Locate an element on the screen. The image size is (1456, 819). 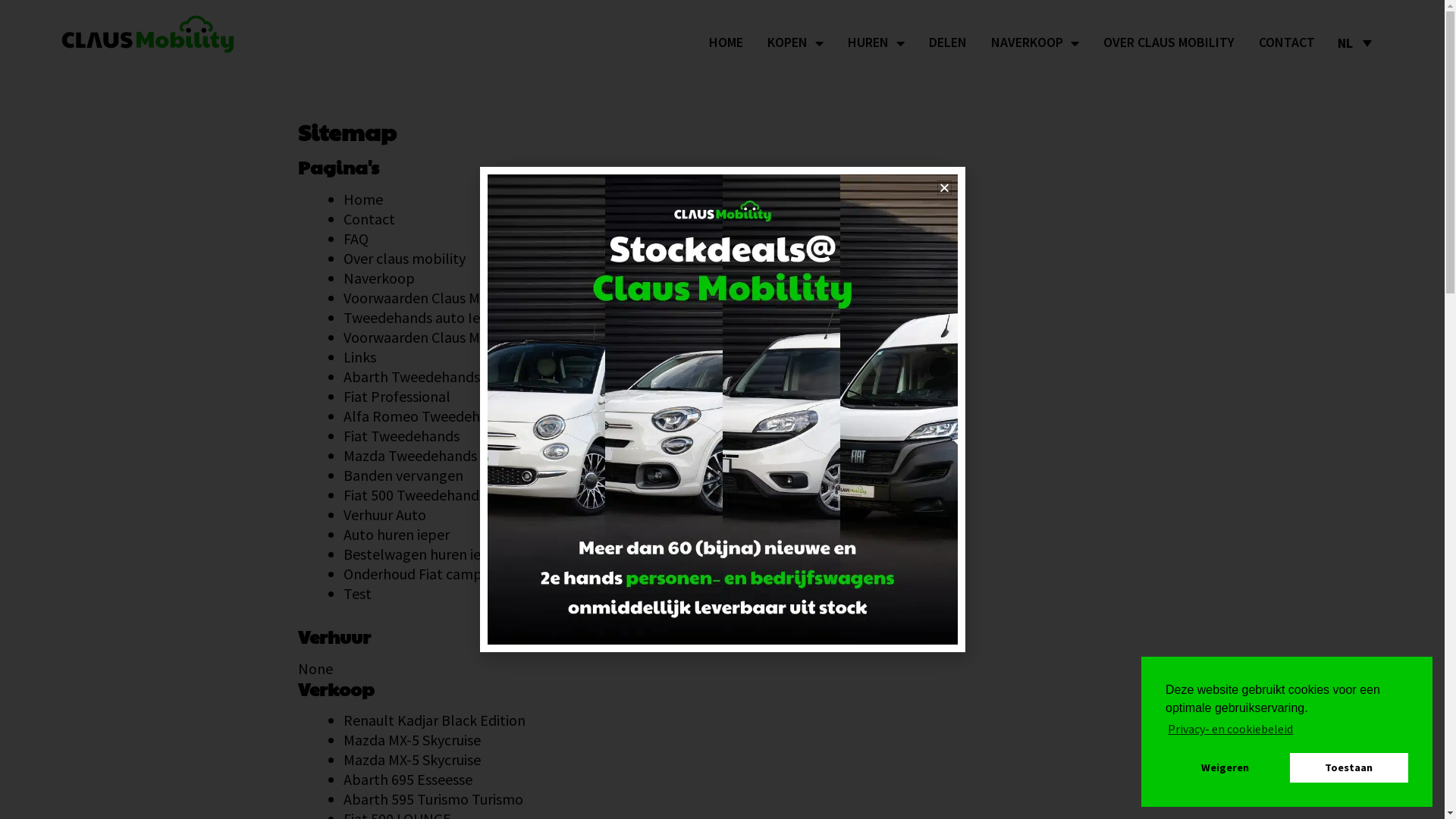
'Toestaan' is located at coordinates (1349, 767).